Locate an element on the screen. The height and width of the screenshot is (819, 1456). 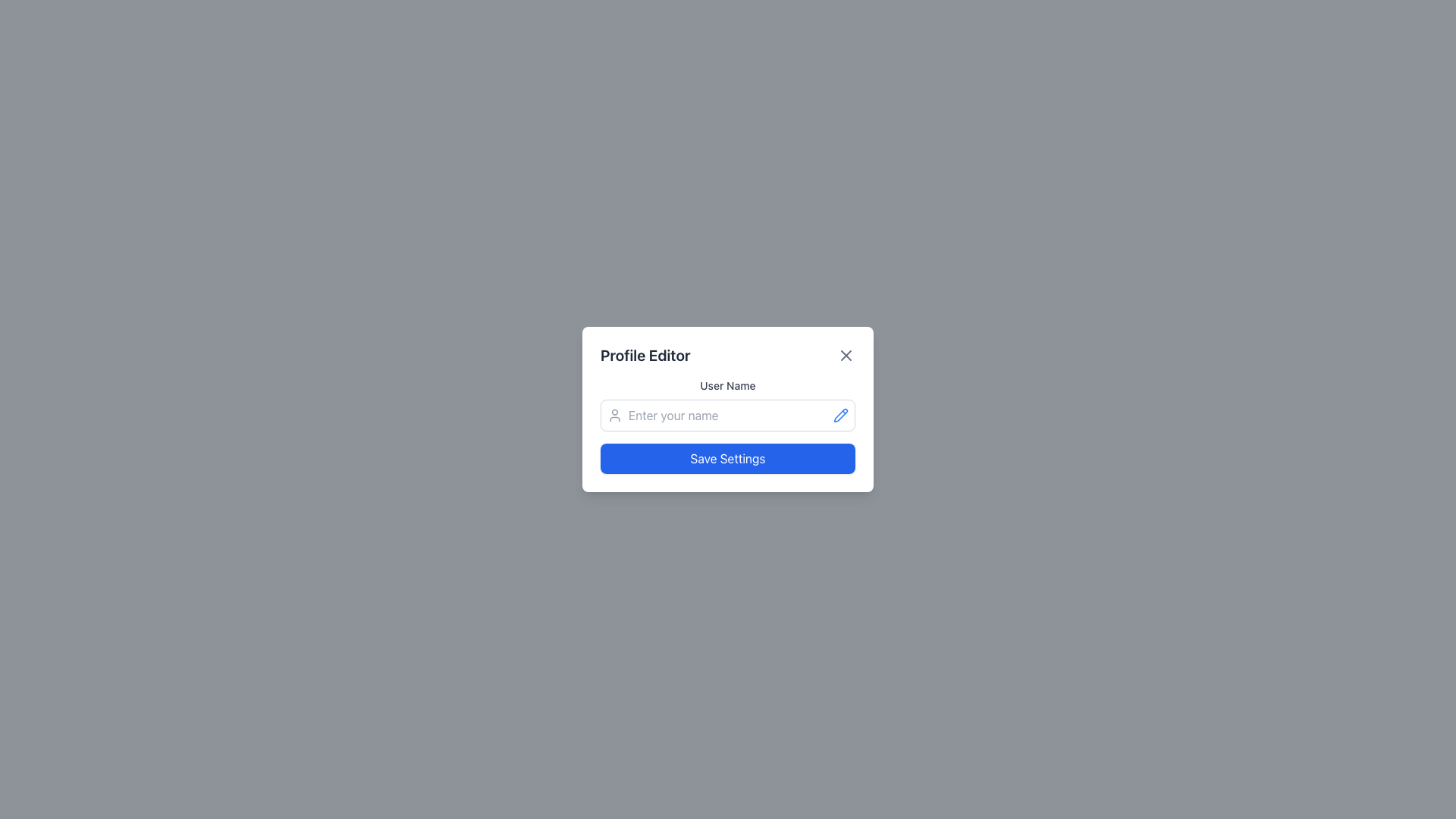
the 'Profile Editor' text label, which is styled in bold and located at the top left corner of the modal window is located at coordinates (645, 356).